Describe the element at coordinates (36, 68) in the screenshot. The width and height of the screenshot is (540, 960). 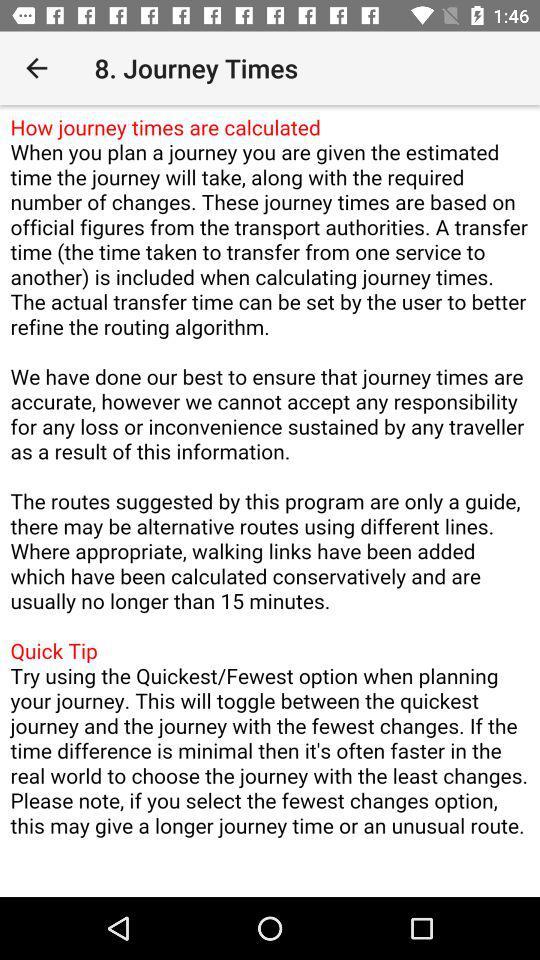
I see `the icon to the left of 8. journey times` at that location.